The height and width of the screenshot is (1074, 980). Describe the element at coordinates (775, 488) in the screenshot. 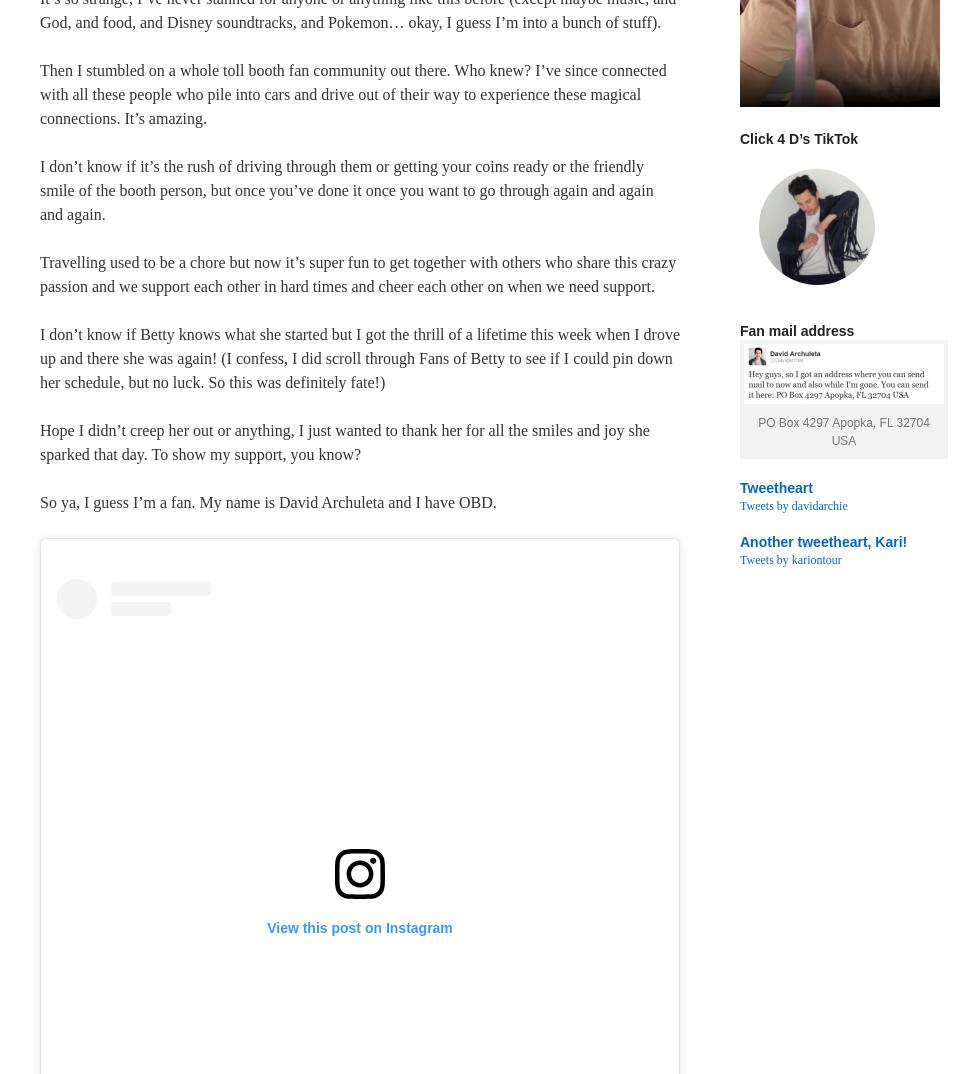

I see `'Tweetheart'` at that location.